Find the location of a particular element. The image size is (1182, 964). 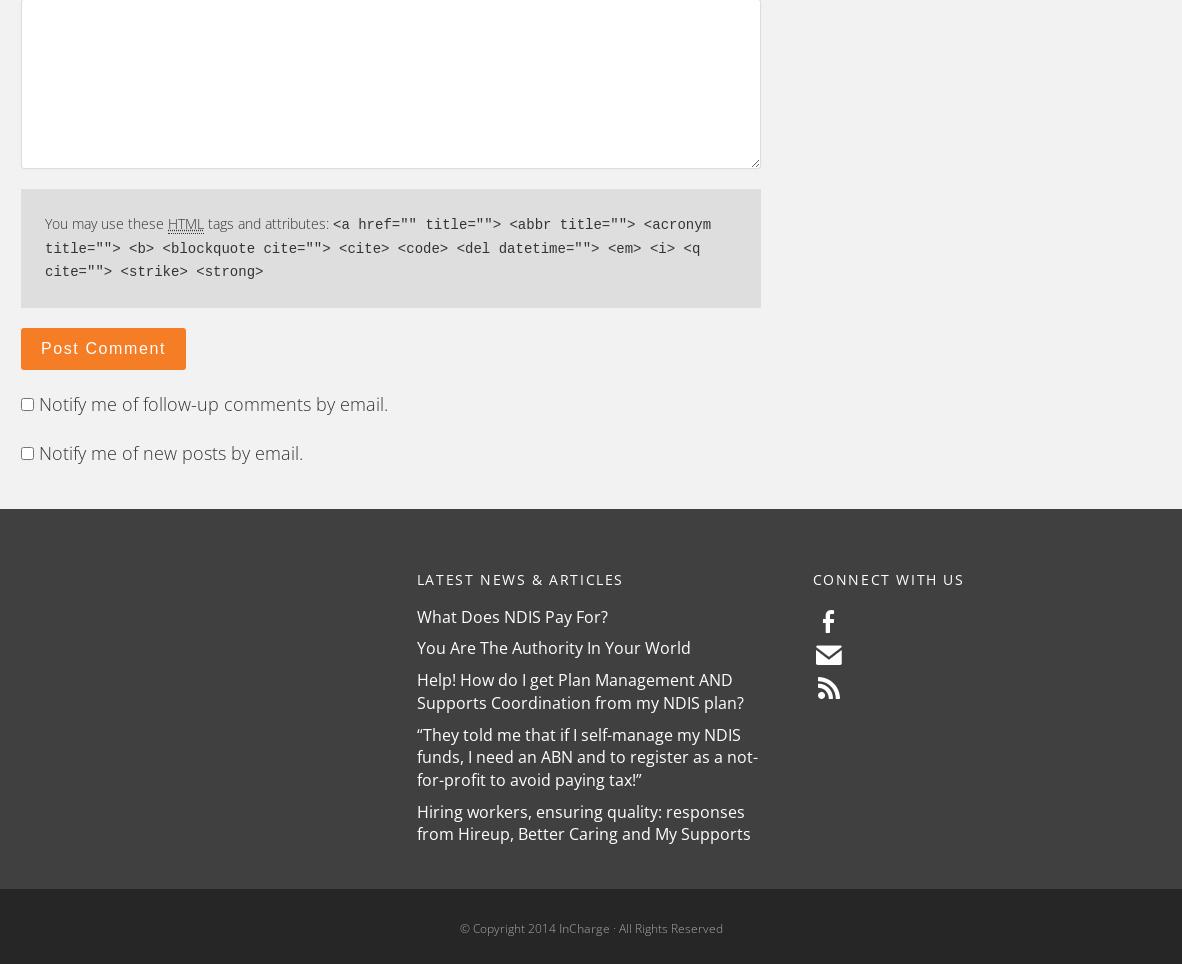

'· All Rights Reserved' is located at coordinates (664, 928).